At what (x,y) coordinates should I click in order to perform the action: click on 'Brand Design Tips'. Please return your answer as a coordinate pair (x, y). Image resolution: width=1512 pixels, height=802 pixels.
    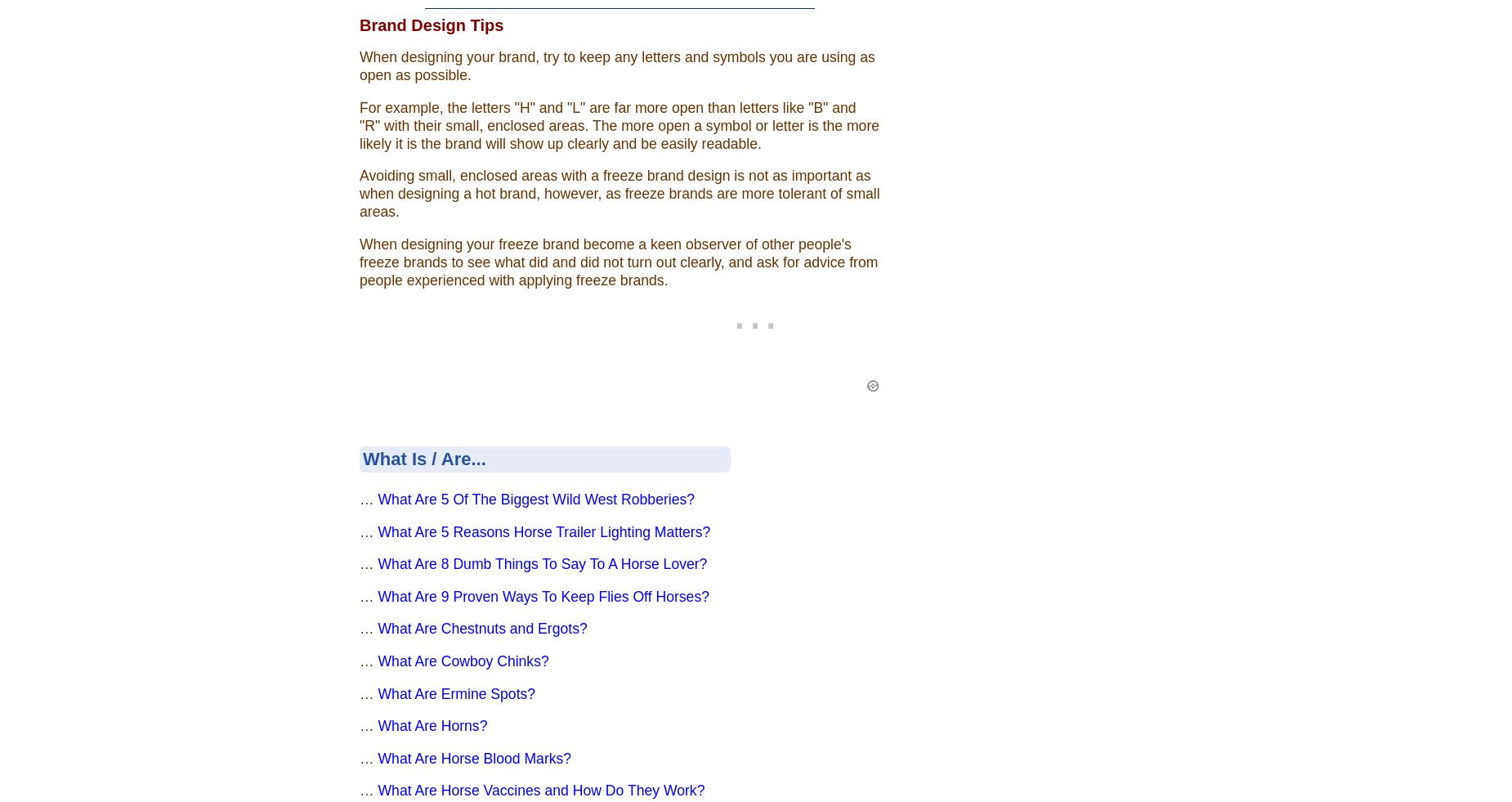
    Looking at the image, I should click on (431, 24).